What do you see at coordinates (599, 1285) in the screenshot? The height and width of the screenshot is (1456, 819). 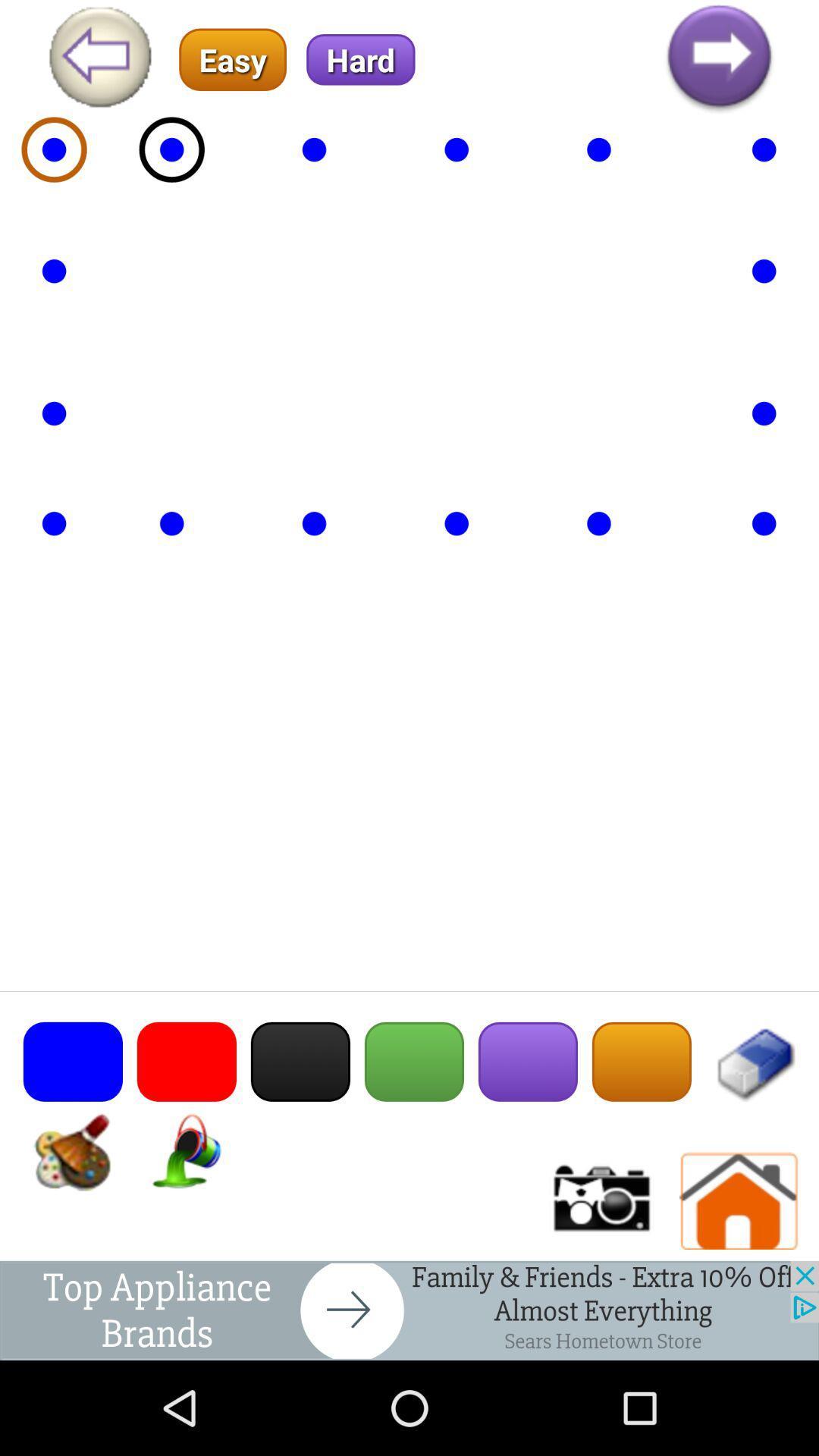 I see `the photo icon` at bounding box center [599, 1285].